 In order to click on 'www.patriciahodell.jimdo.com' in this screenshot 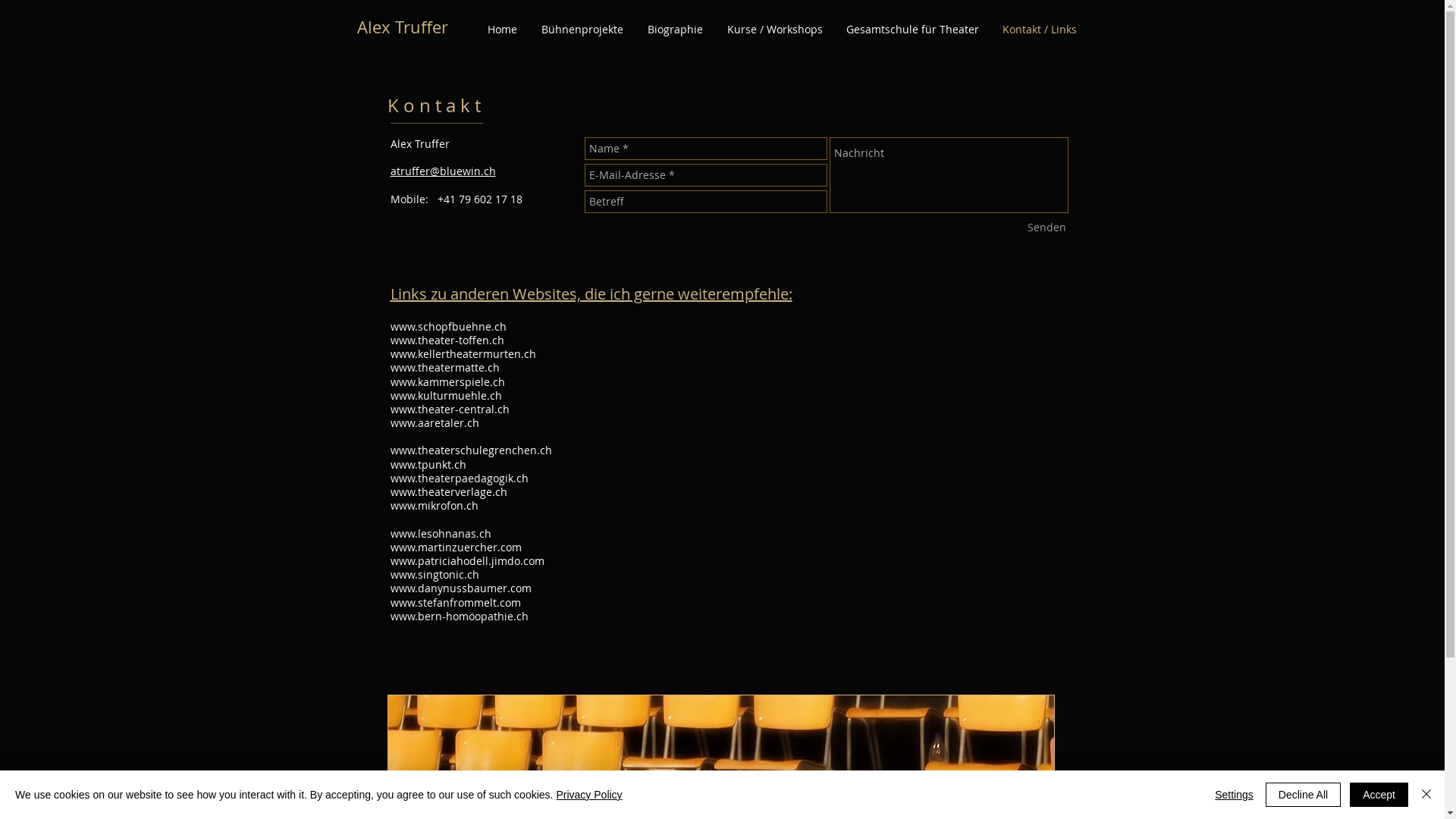, I will do `click(389, 560)`.